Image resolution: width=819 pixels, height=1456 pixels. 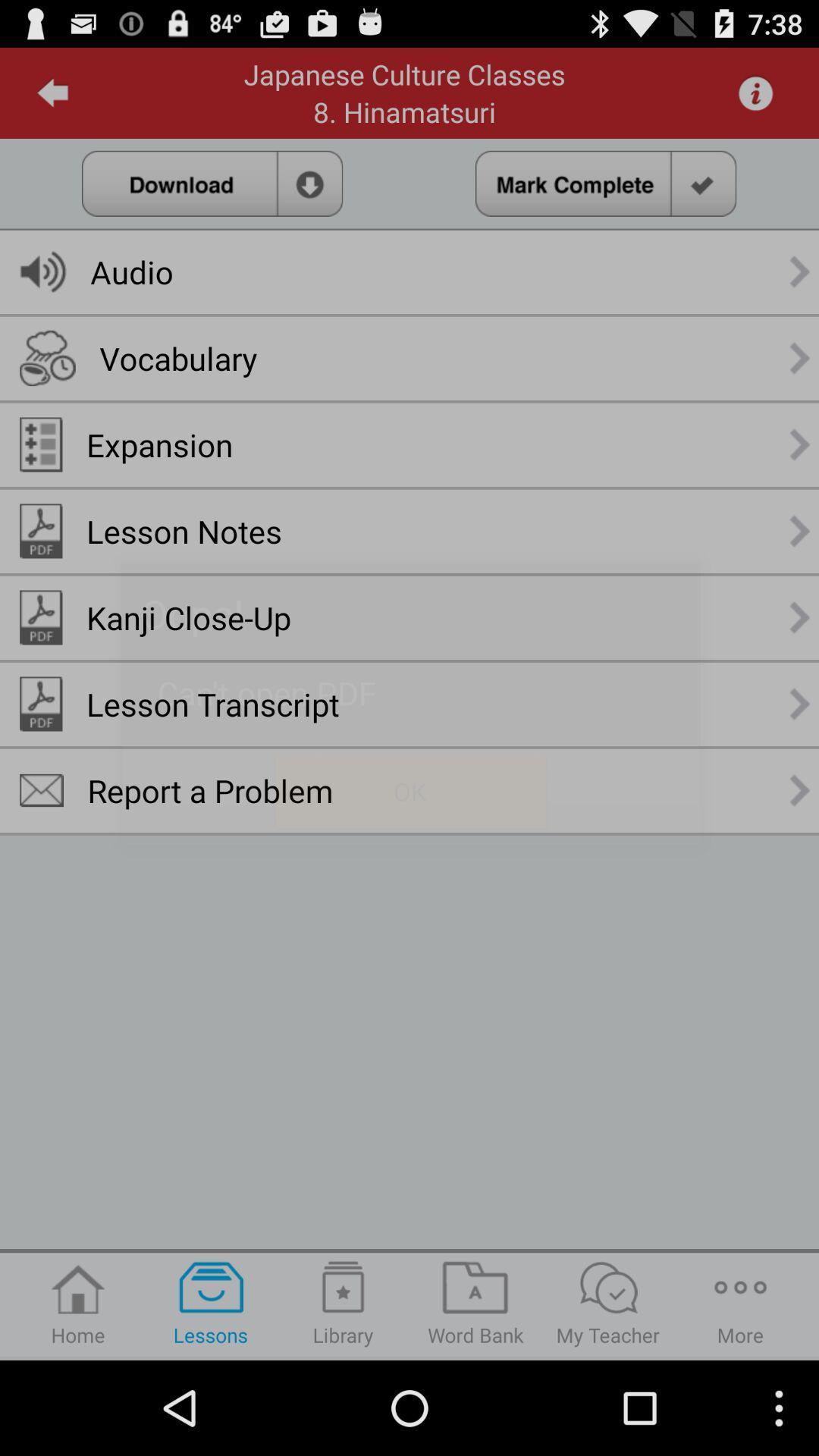 I want to click on the item above kanji close-up app, so click(x=184, y=531).